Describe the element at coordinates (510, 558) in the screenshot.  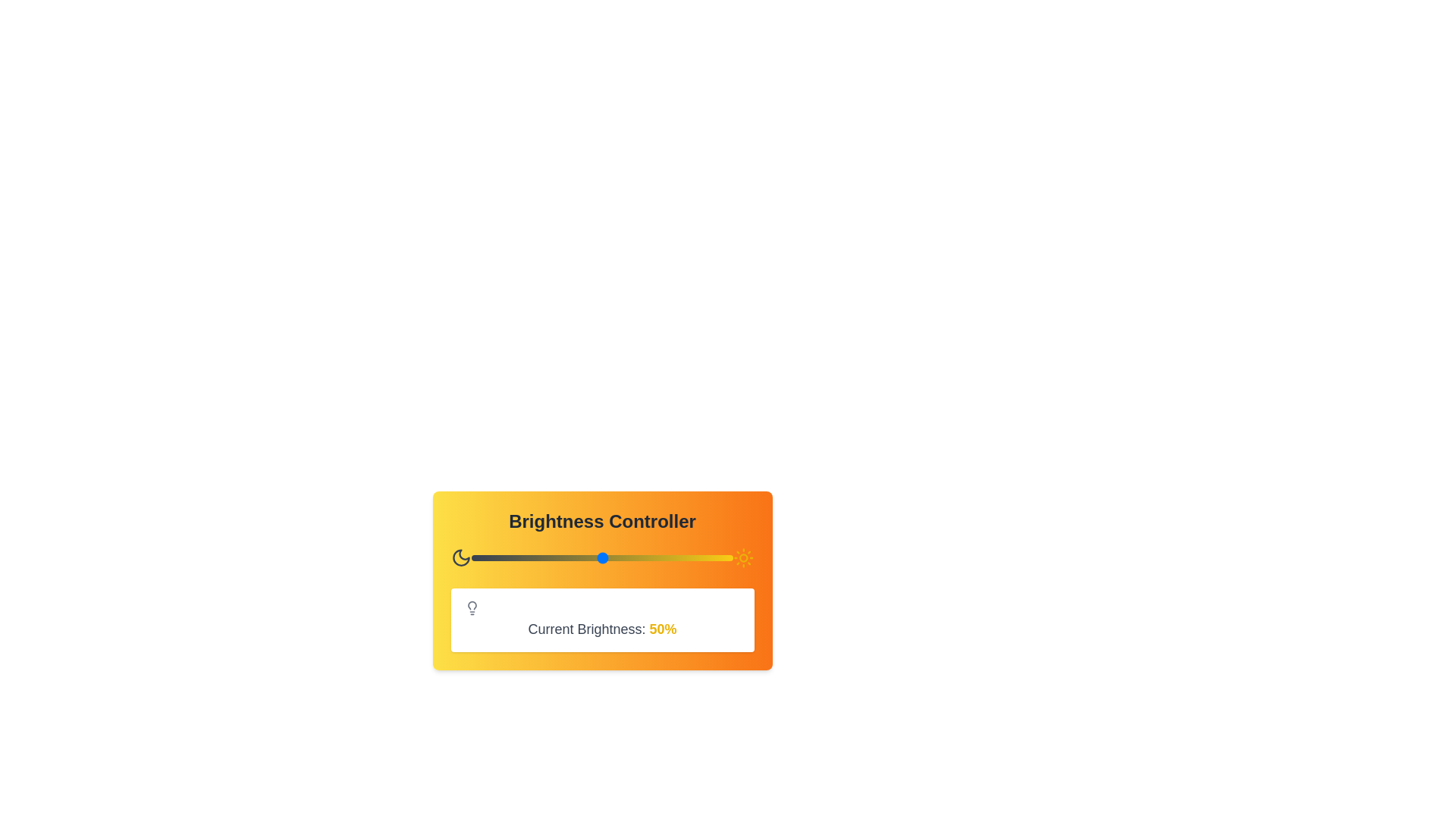
I see `the brightness level to 15% by interacting with the slider` at that location.